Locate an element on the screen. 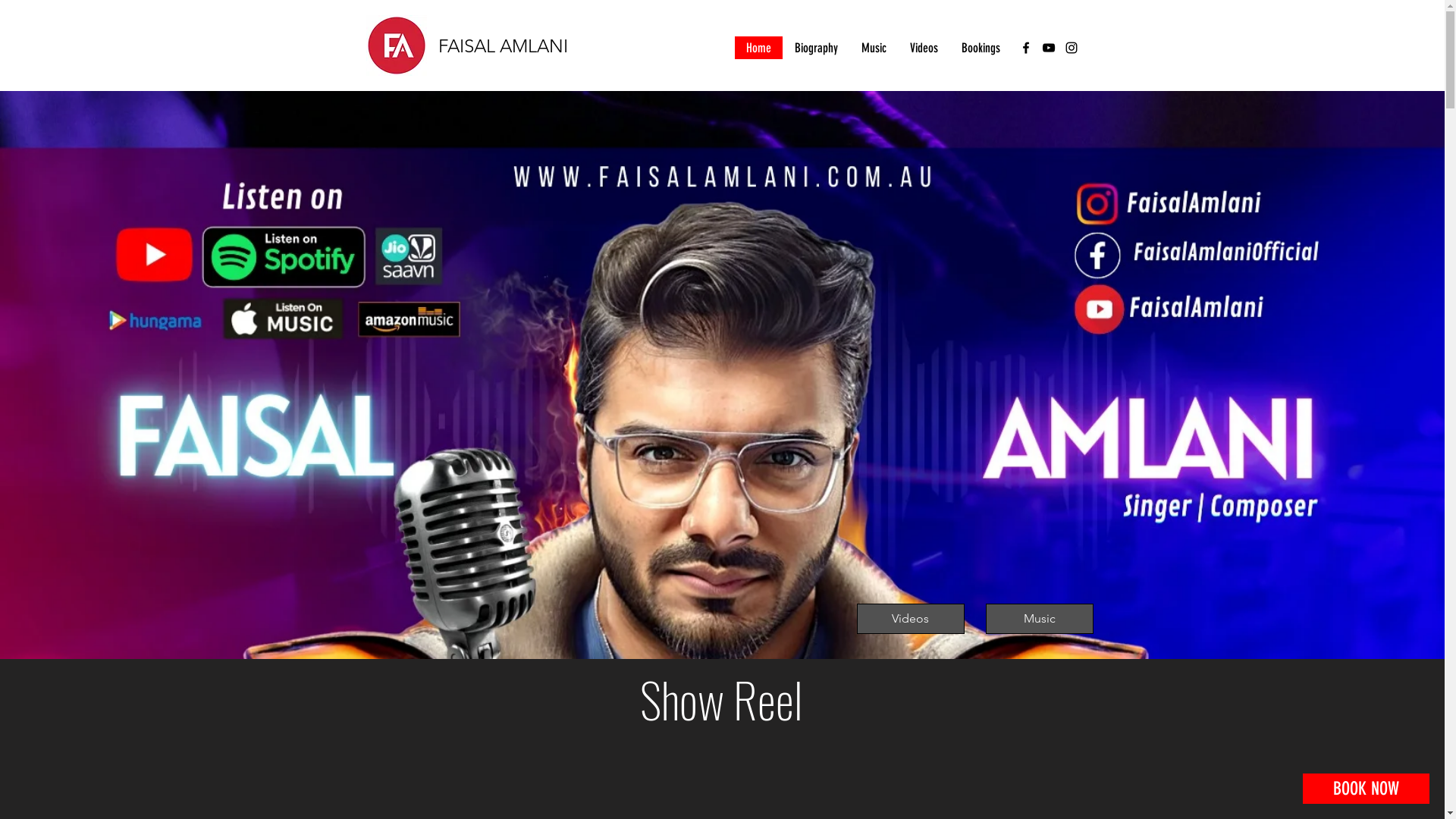  'Music' is located at coordinates (1039, 619).